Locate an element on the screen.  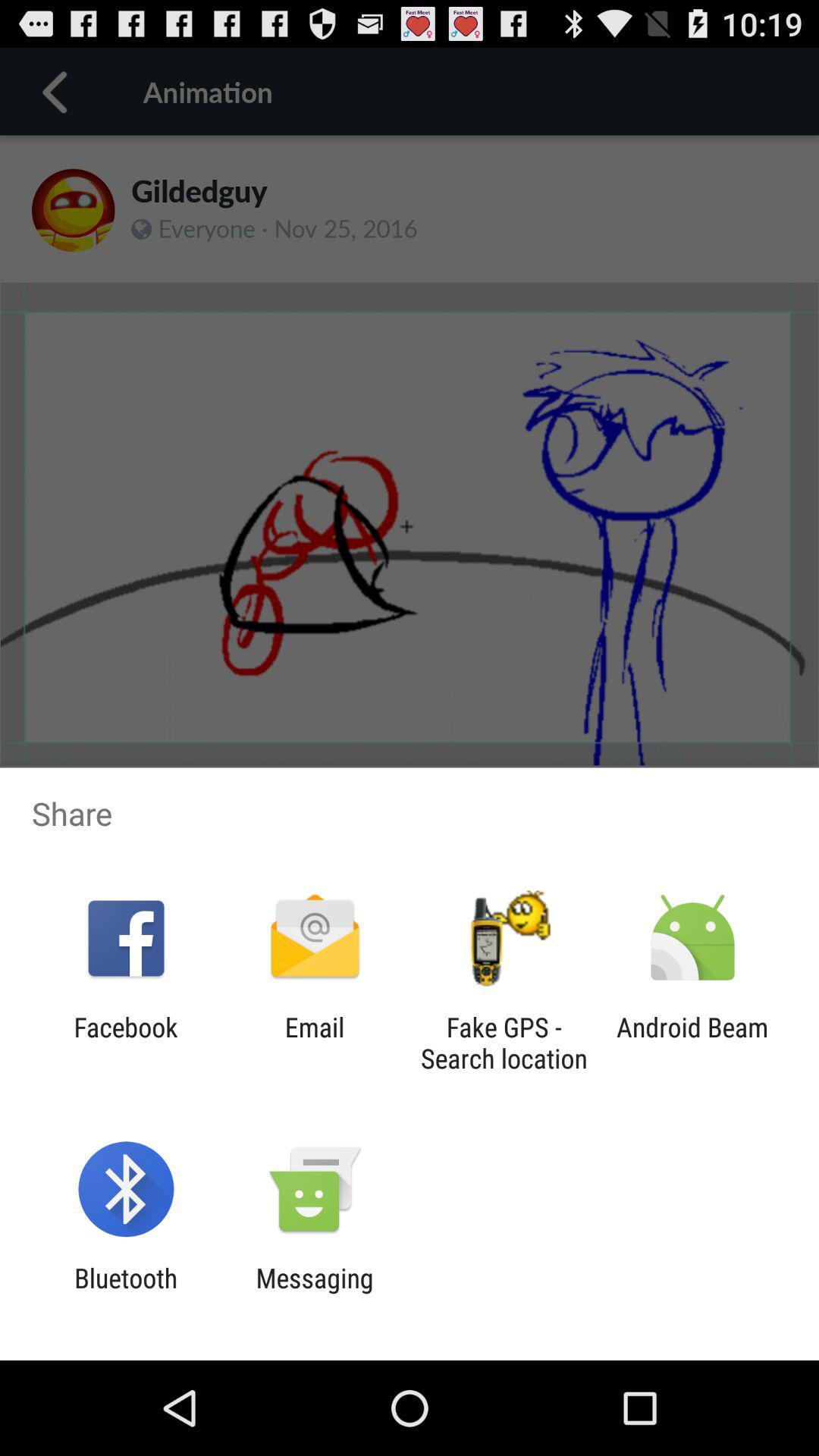
the bluetooth is located at coordinates (125, 1293).